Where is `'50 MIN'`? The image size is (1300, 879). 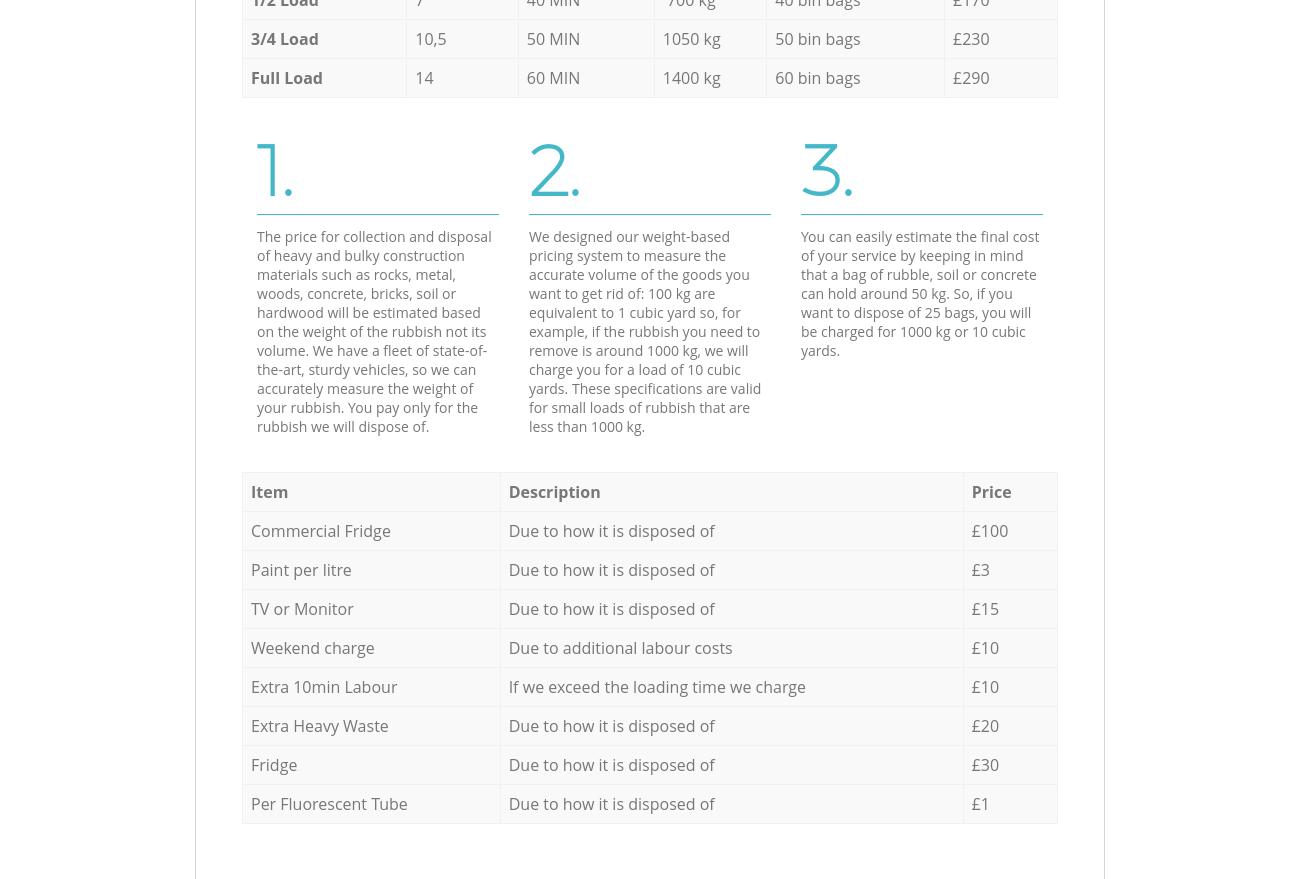
'50 MIN' is located at coordinates (552, 38).